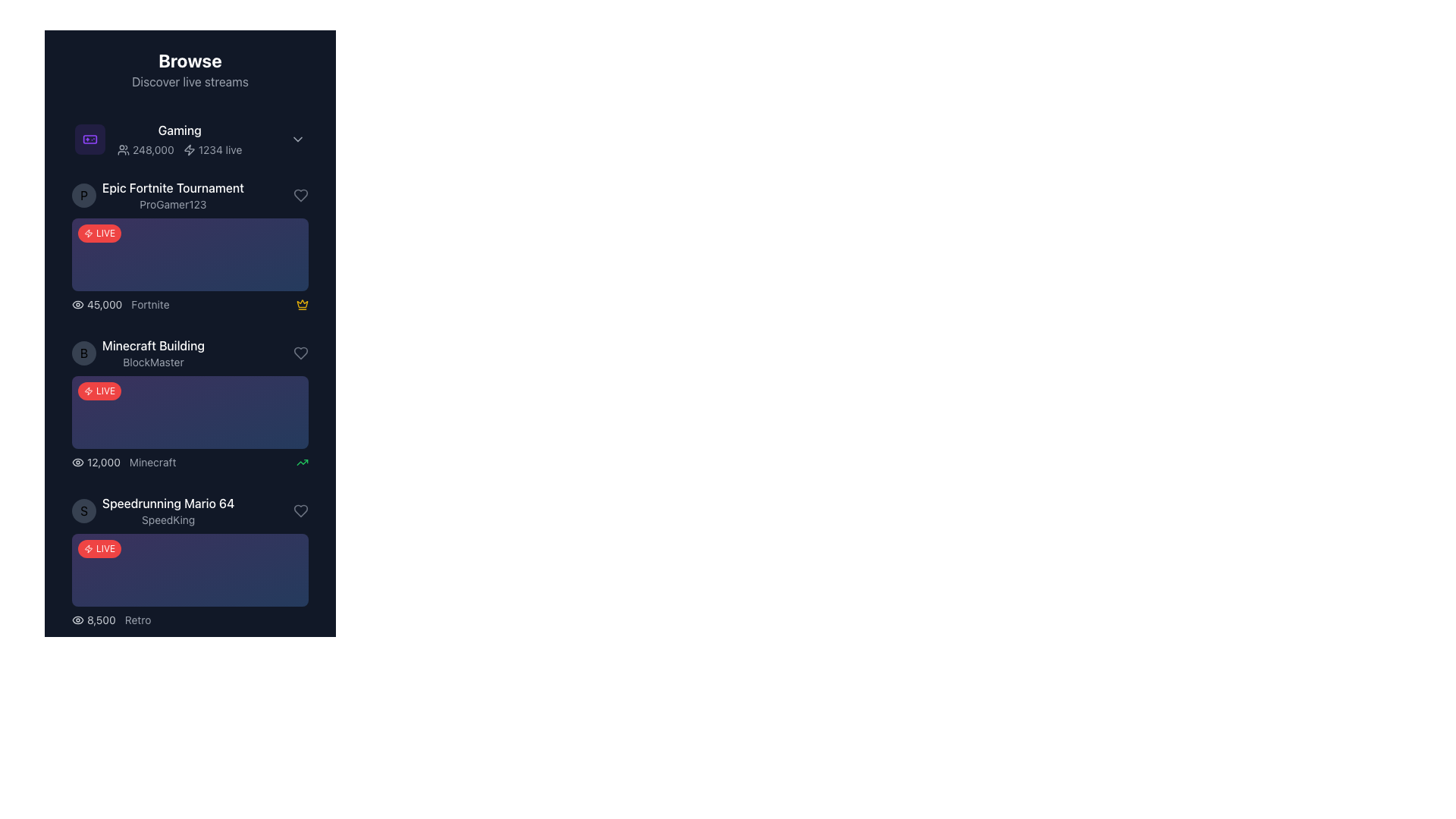 The height and width of the screenshot is (819, 1456). Describe the element at coordinates (180, 140) in the screenshot. I see `the 'Gaming' text block which displays the title 'Gaming', viewer count '248,000', and livestream count '1234 live' for navigation to the category's details or streams` at that location.